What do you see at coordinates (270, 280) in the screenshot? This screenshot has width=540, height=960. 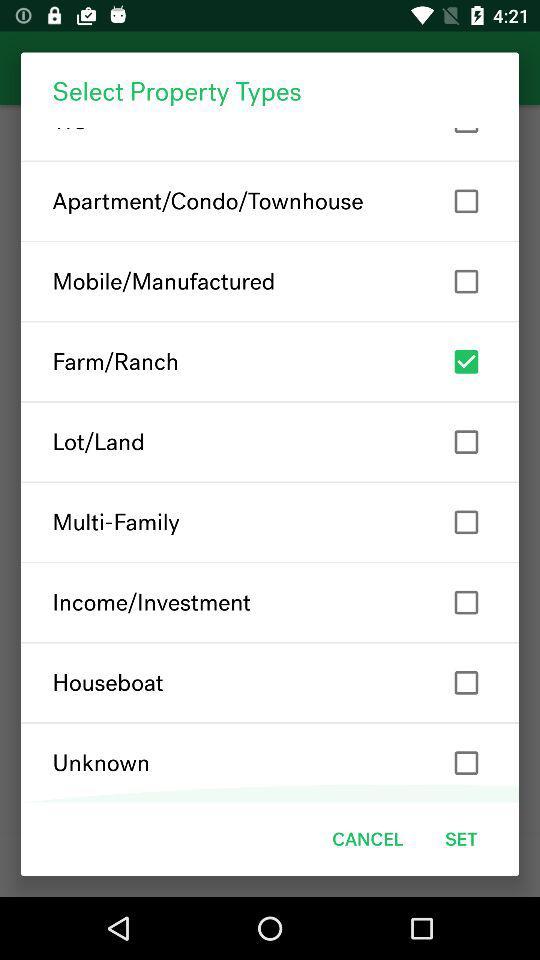 I see `the mobile/manufactured item` at bounding box center [270, 280].